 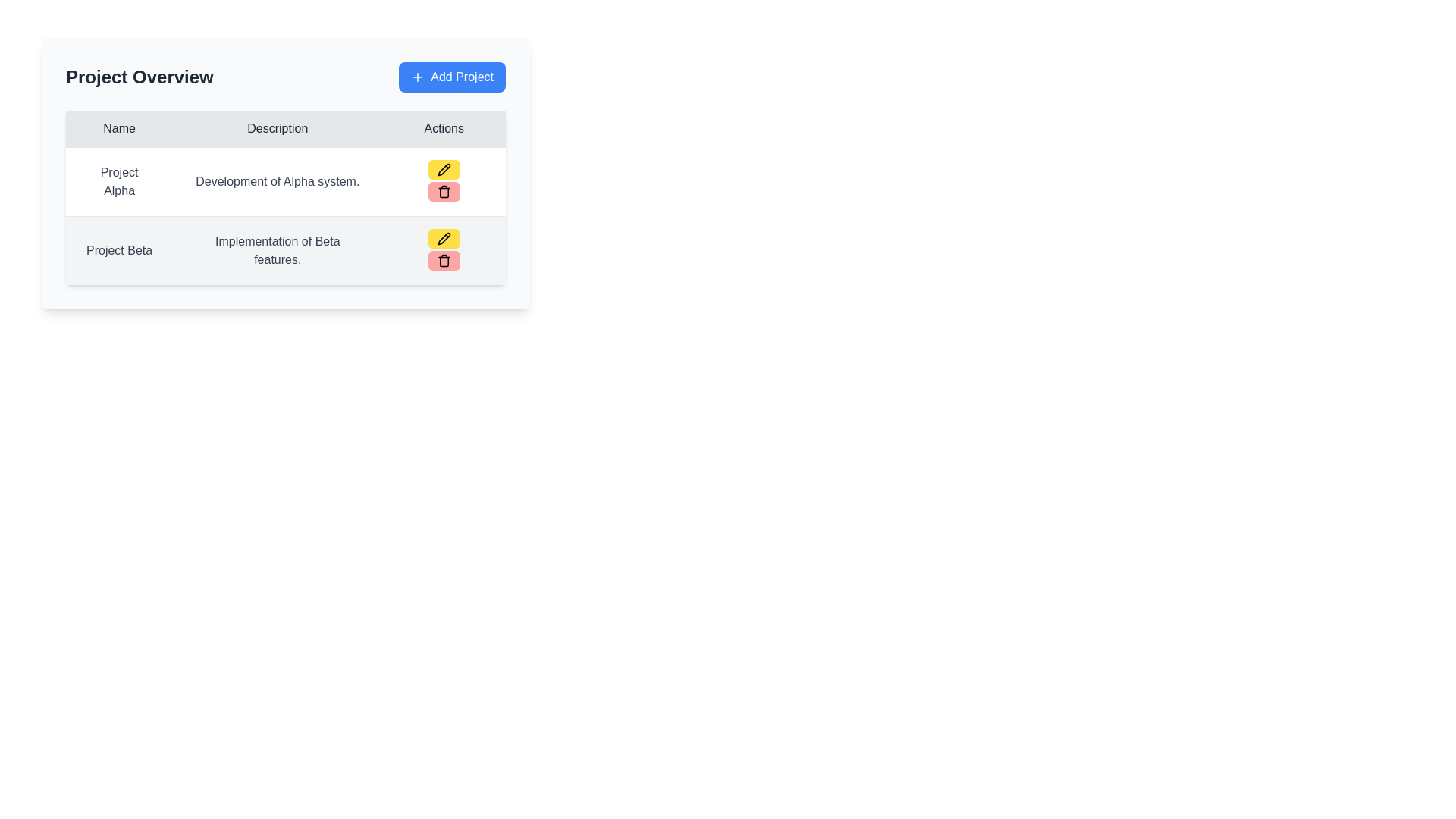 What do you see at coordinates (278, 249) in the screenshot?
I see `the Text label that provides a description or summary related to the 'Project Beta' entry in the second row, middle column of the table` at bounding box center [278, 249].